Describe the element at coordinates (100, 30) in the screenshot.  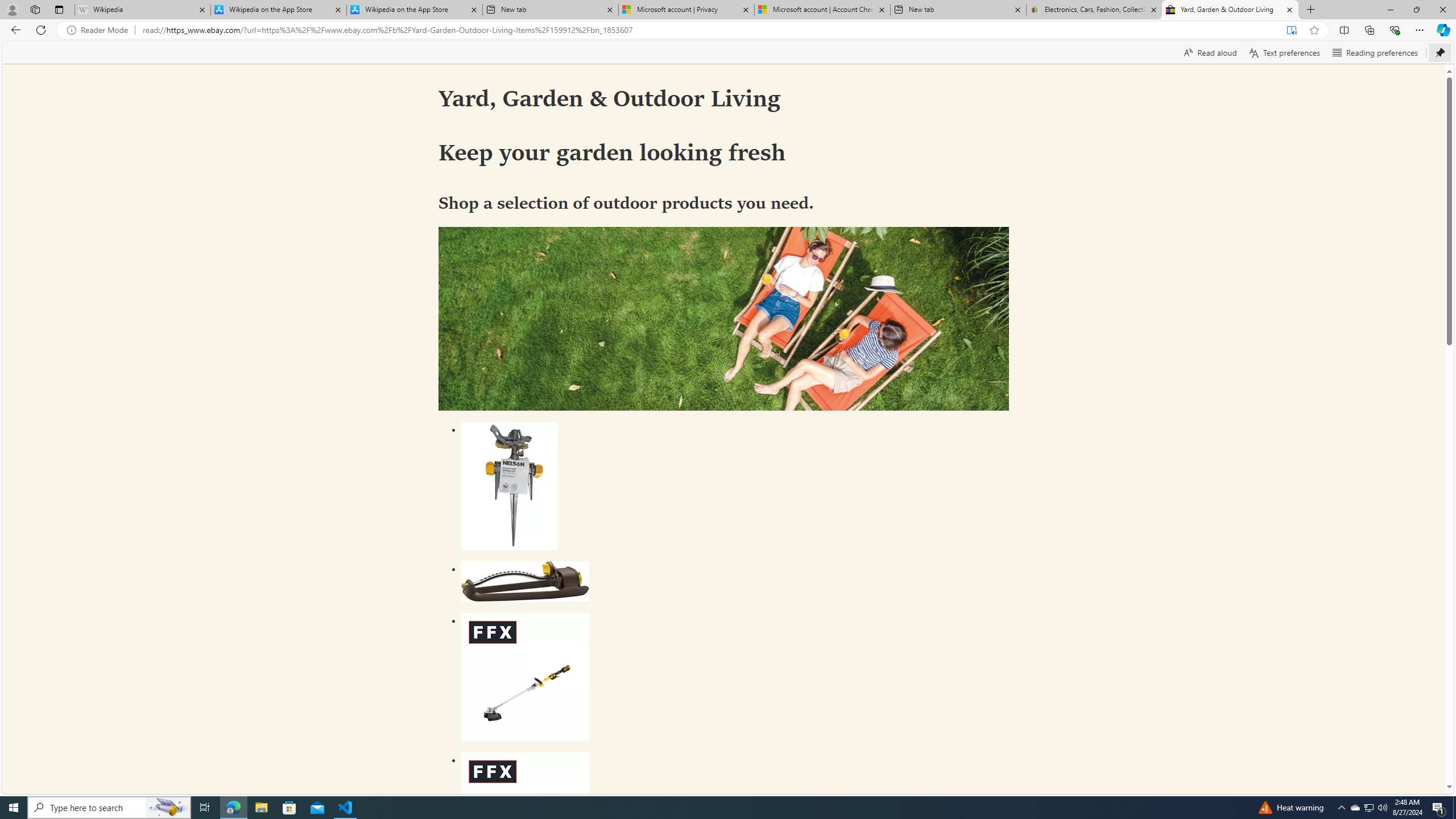
I see `'Reader Mode'` at that location.